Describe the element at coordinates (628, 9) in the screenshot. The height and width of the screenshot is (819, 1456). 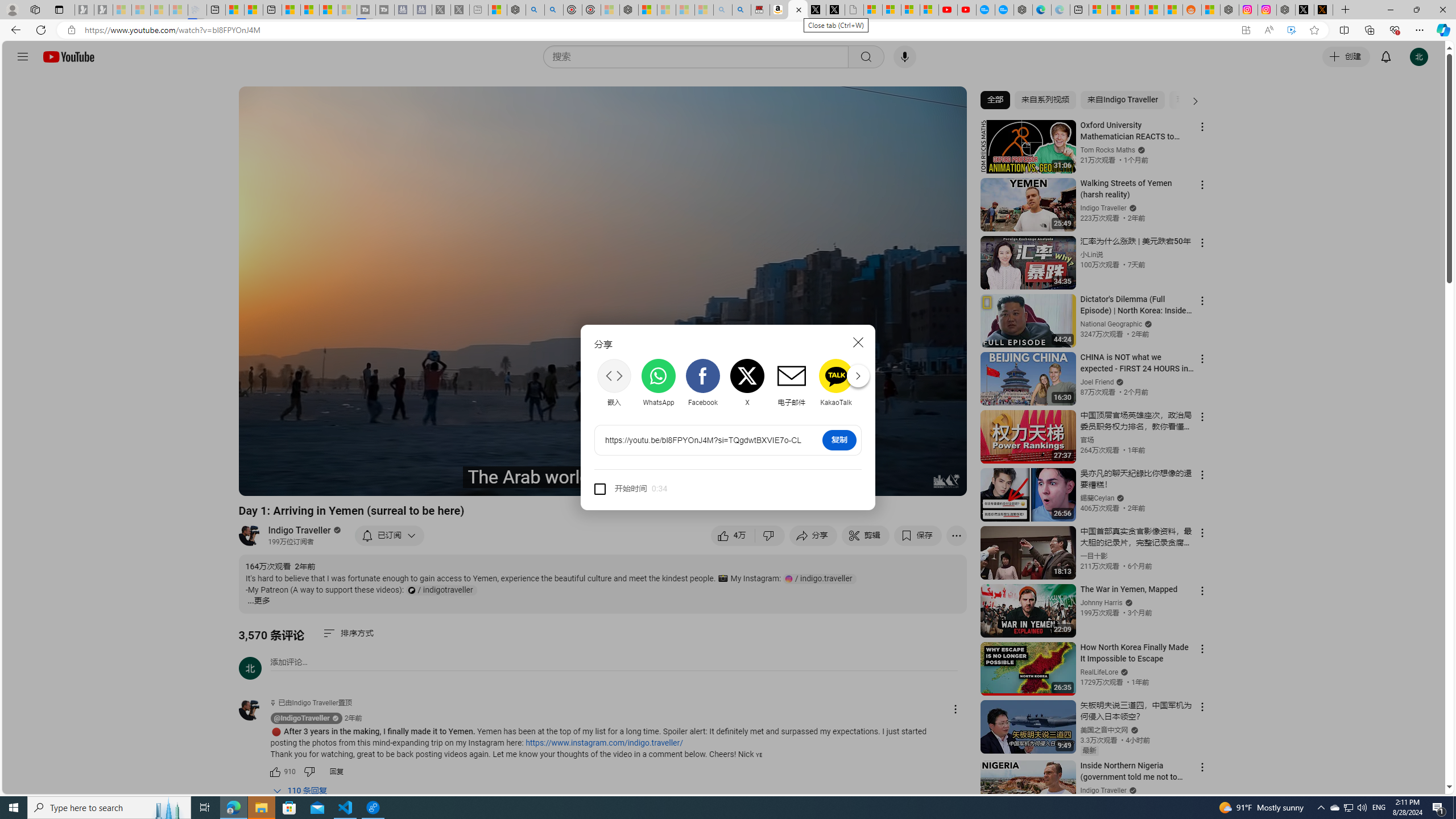
I see `'Nordace - Nordace Siena Is Not An Ordinary Backpack'` at that location.